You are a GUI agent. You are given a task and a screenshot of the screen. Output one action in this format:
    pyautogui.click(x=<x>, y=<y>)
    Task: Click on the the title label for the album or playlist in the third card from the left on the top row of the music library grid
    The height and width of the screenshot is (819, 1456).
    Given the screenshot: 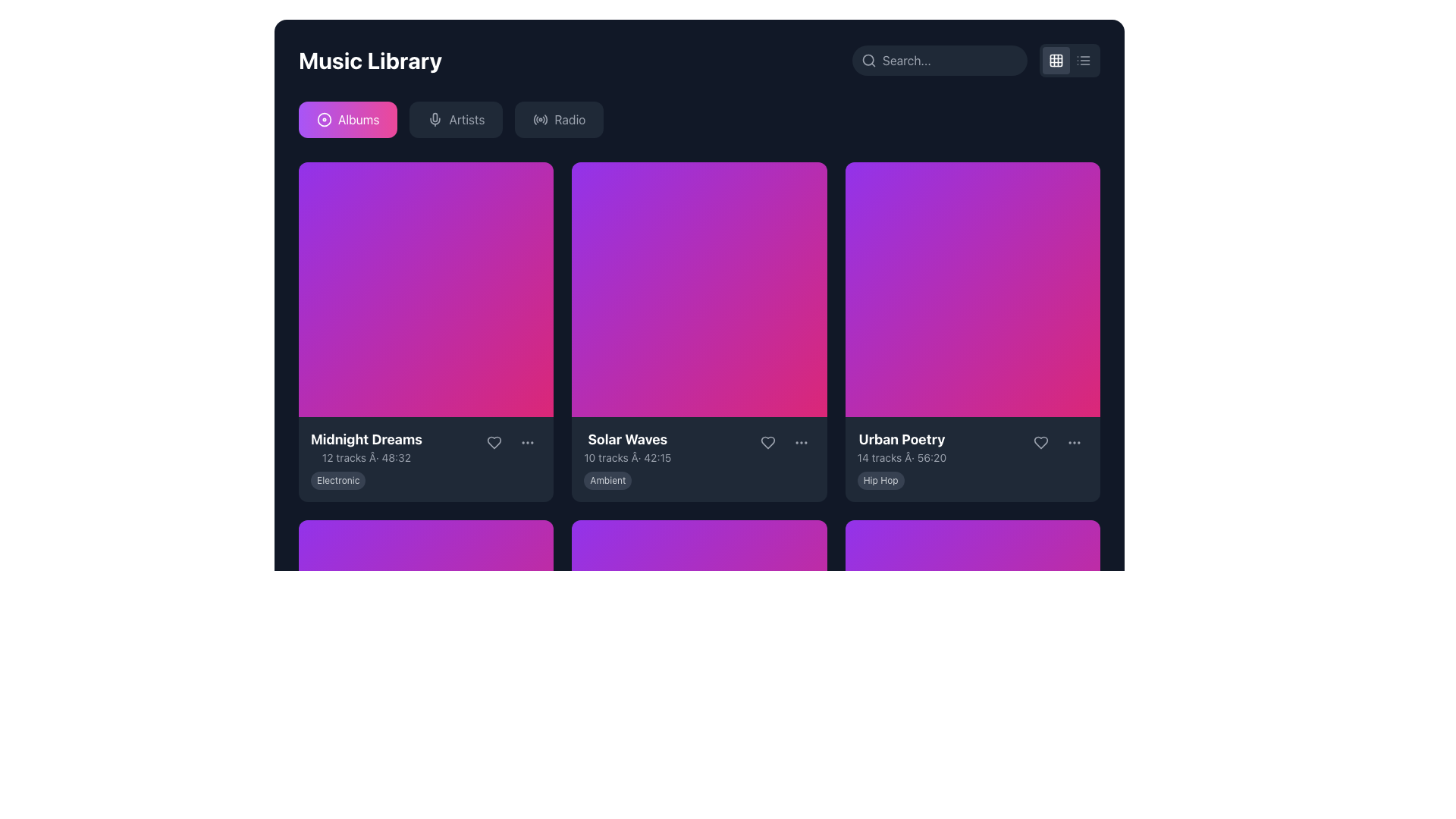 What is the action you would take?
    pyautogui.click(x=902, y=440)
    